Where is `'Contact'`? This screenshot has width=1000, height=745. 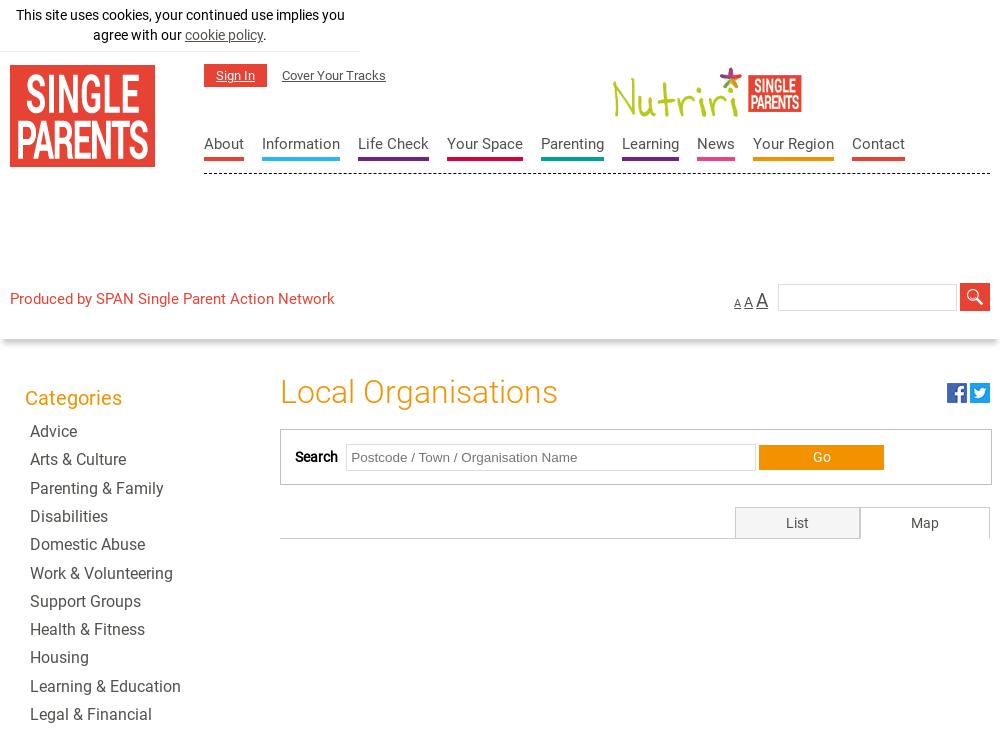
'Contact' is located at coordinates (851, 144).